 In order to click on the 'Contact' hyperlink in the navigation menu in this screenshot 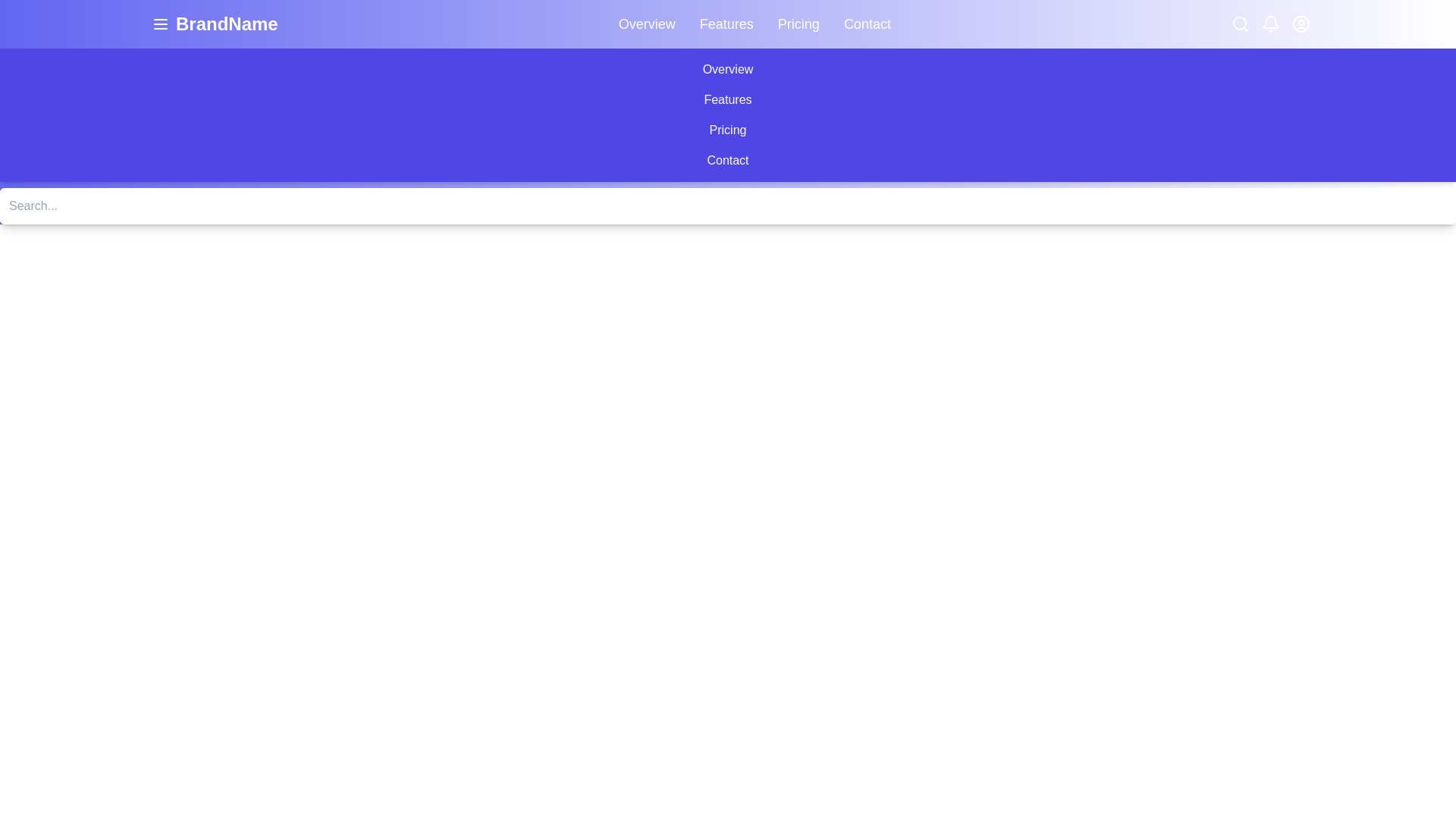, I will do `click(867, 24)`.